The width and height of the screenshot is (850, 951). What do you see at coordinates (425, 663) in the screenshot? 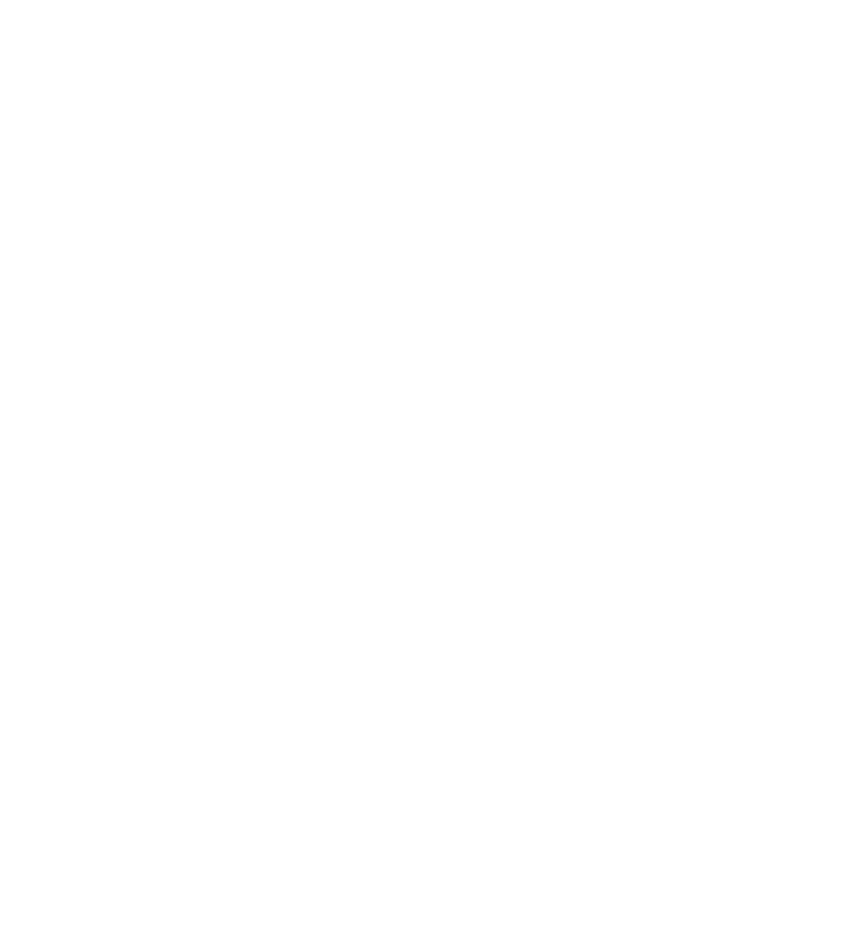
I see `'Advertise'` at bounding box center [425, 663].